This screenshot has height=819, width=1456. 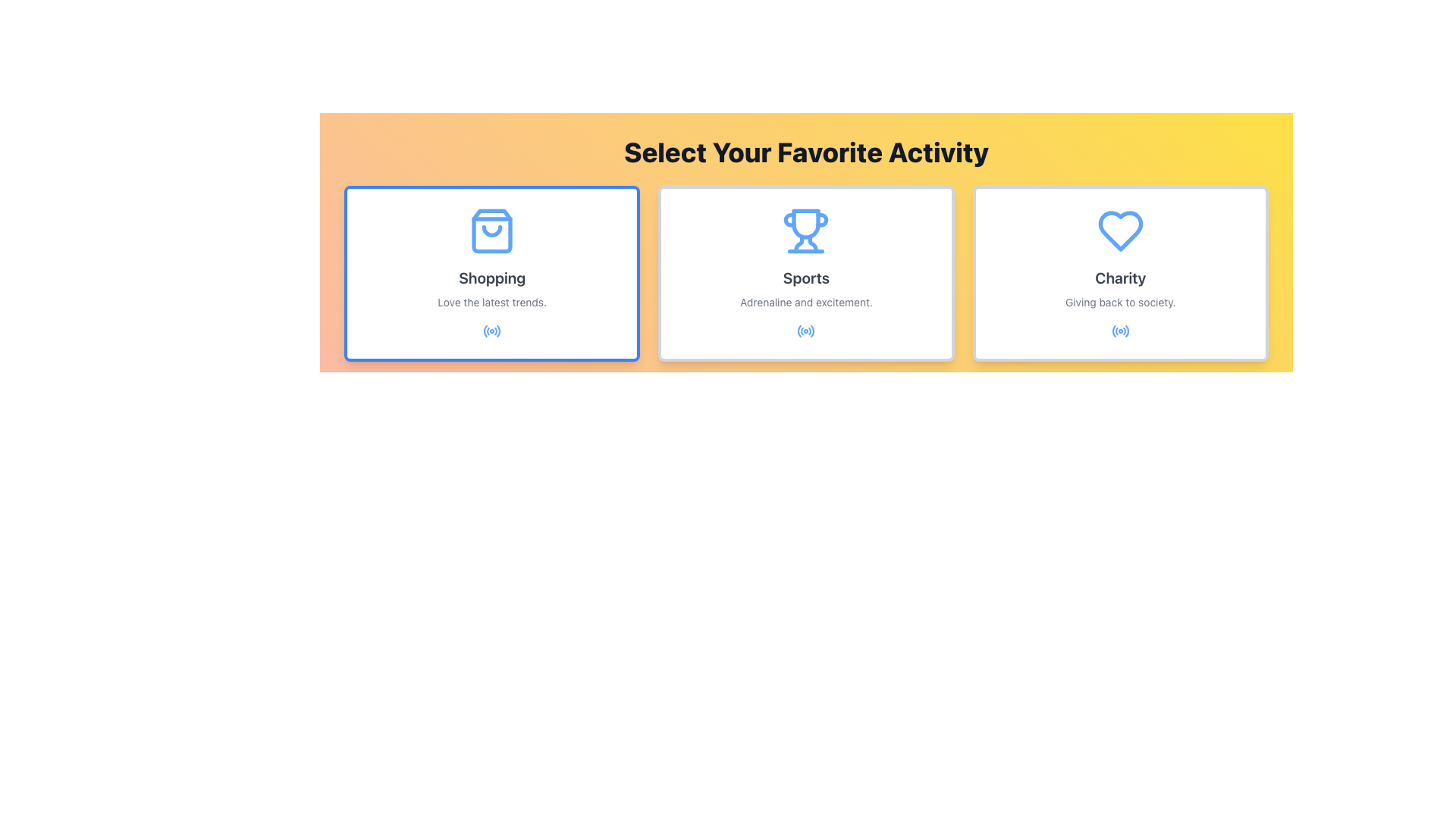 I want to click on the curved segment of the trophy icon located at the top right of the trophy within the 'Sports' card under 'Select Your Favorite Activity.', so click(x=821, y=220).